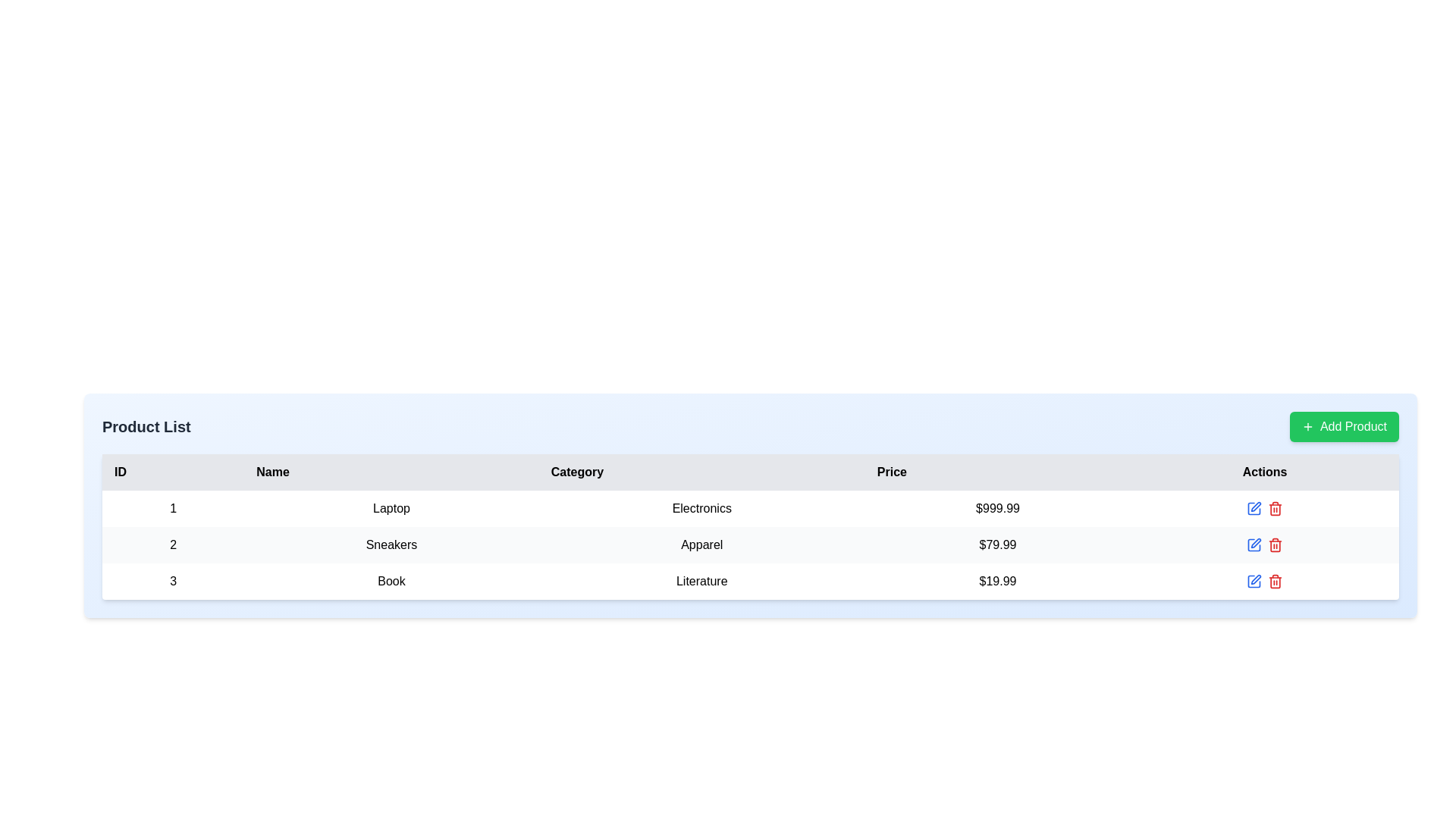 Image resolution: width=1456 pixels, height=819 pixels. What do you see at coordinates (997, 581) in the screenshot?
I see `the static text displaying the monetary value '$19.99' in the last row under the 'Price' column of the table` at bounding box center [997, 581].